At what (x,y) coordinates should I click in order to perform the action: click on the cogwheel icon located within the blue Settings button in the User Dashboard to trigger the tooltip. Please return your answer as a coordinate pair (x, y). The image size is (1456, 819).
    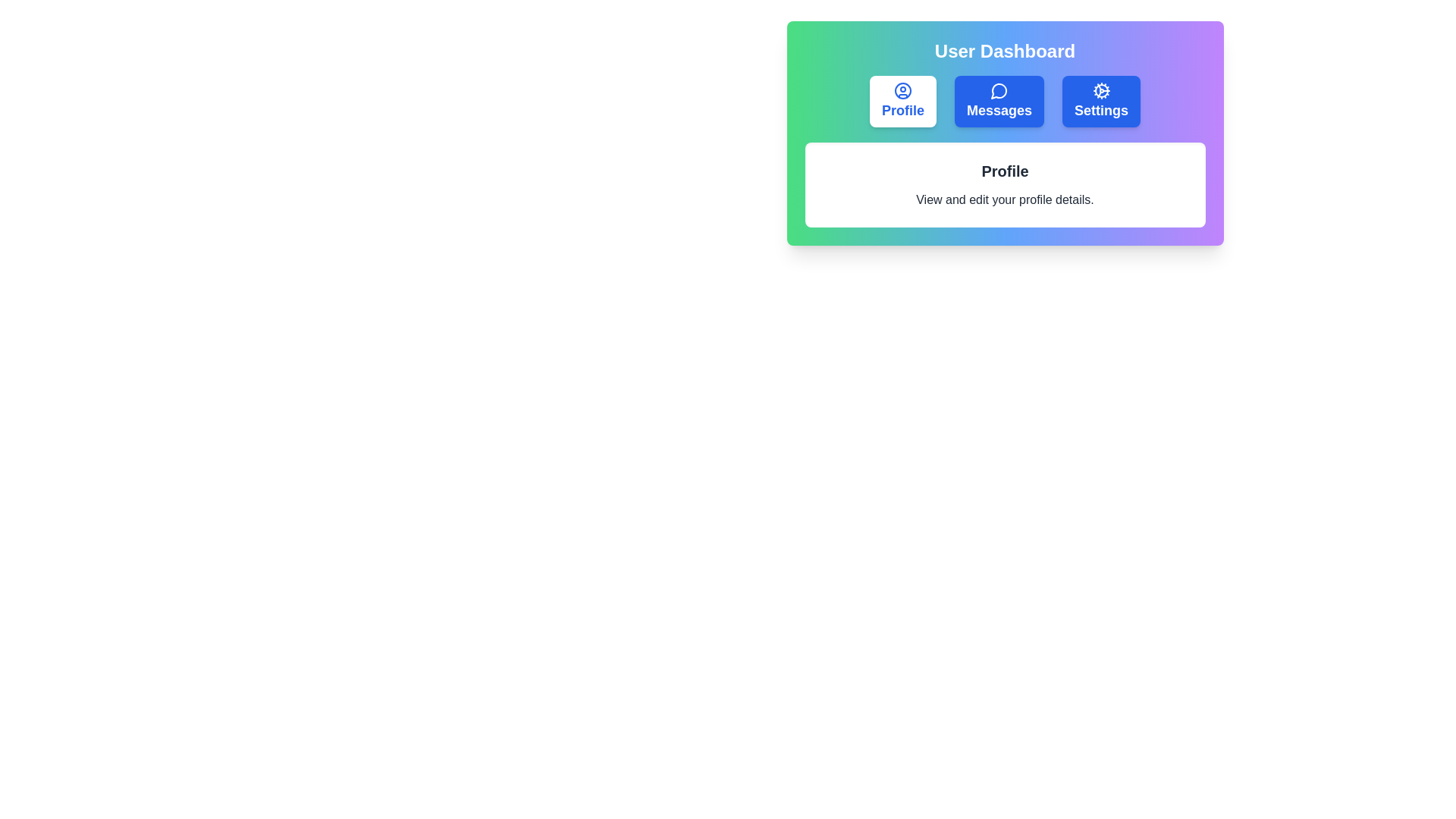
    Looking at the image, I should click on (1101, 90).